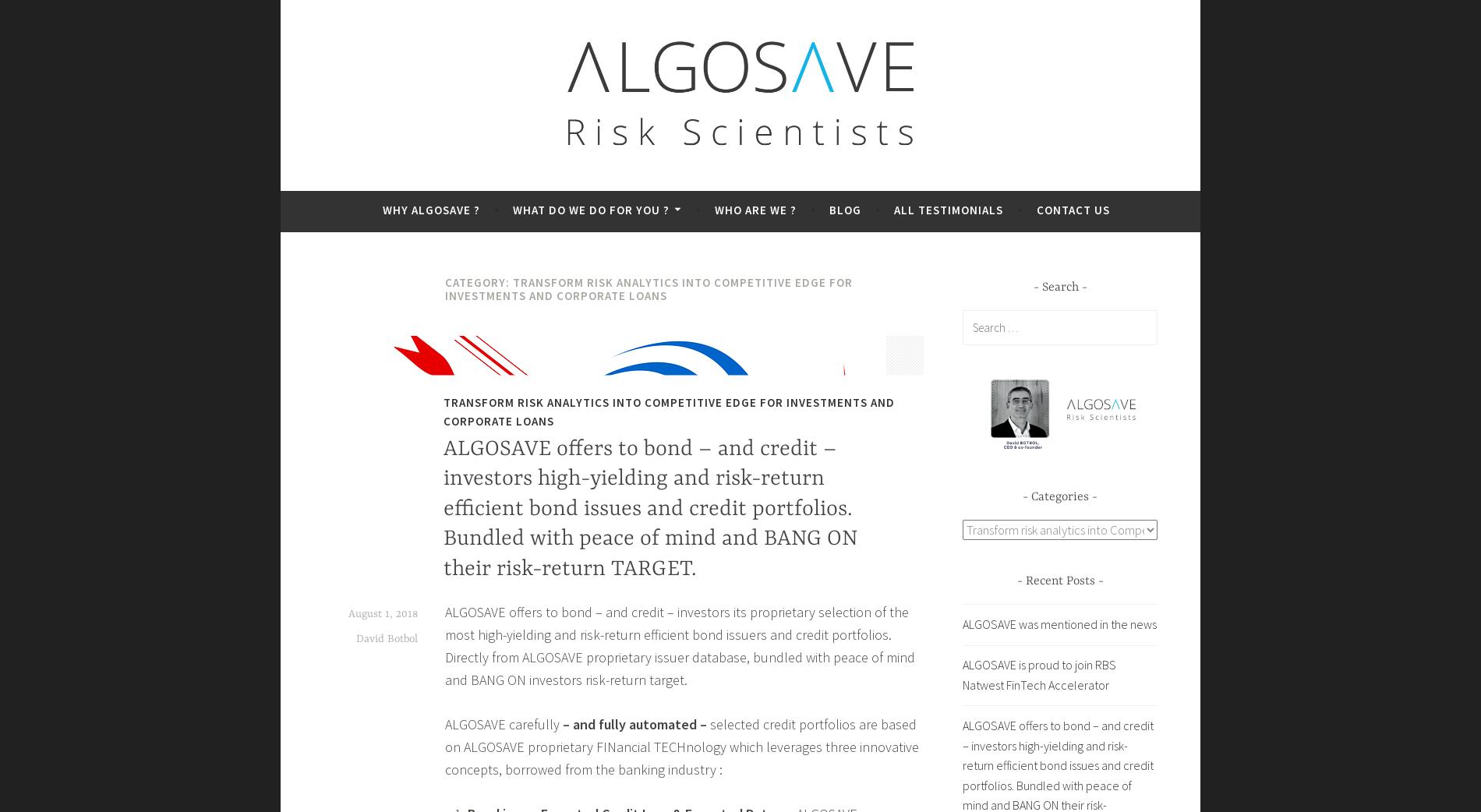 This screenshot has height=812, width=1481. I want to click on 'ALGOSAVE carefully', so click(504, 723).